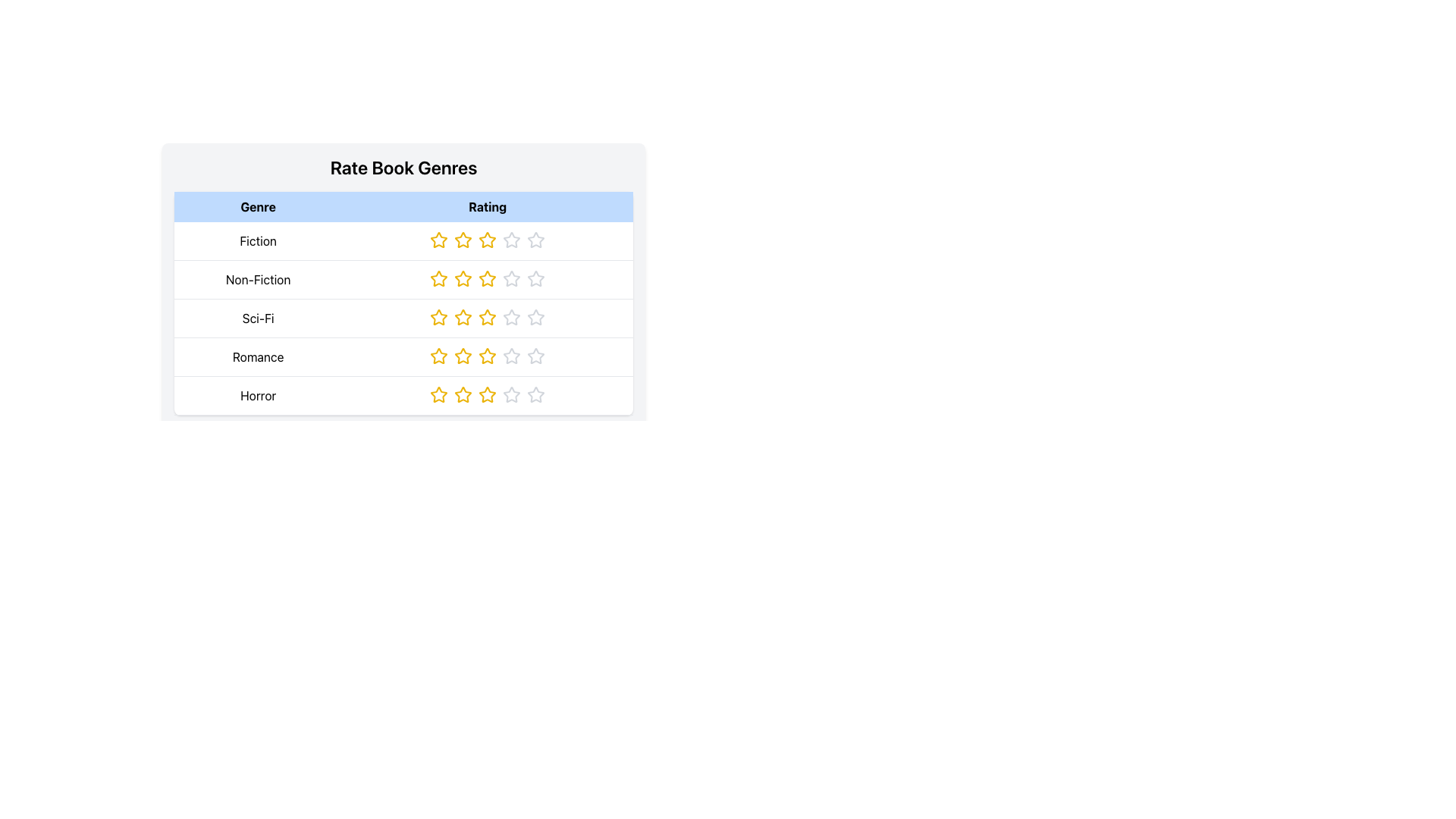 The image size is (1456, 819). I want to click on the selected yellow star icon representing the third star in the Sci-Fi row under the Rating column to rate it, so click(488, 318).